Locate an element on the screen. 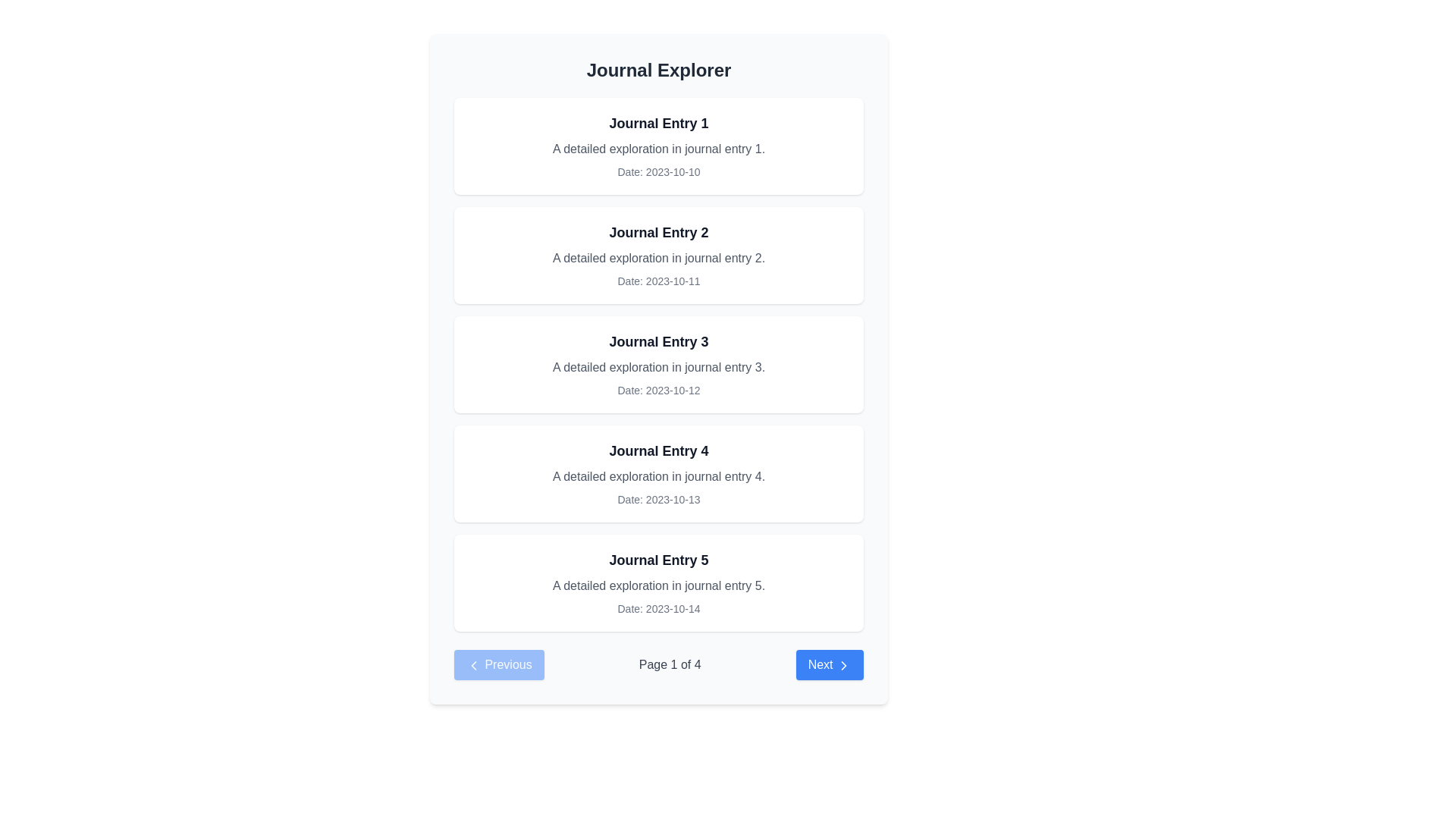  the 'Previous' button, which is a rectangular button with a blue background and white text, located at the bottom-left corner of the pagination controls is located at coordinates (499, 664).